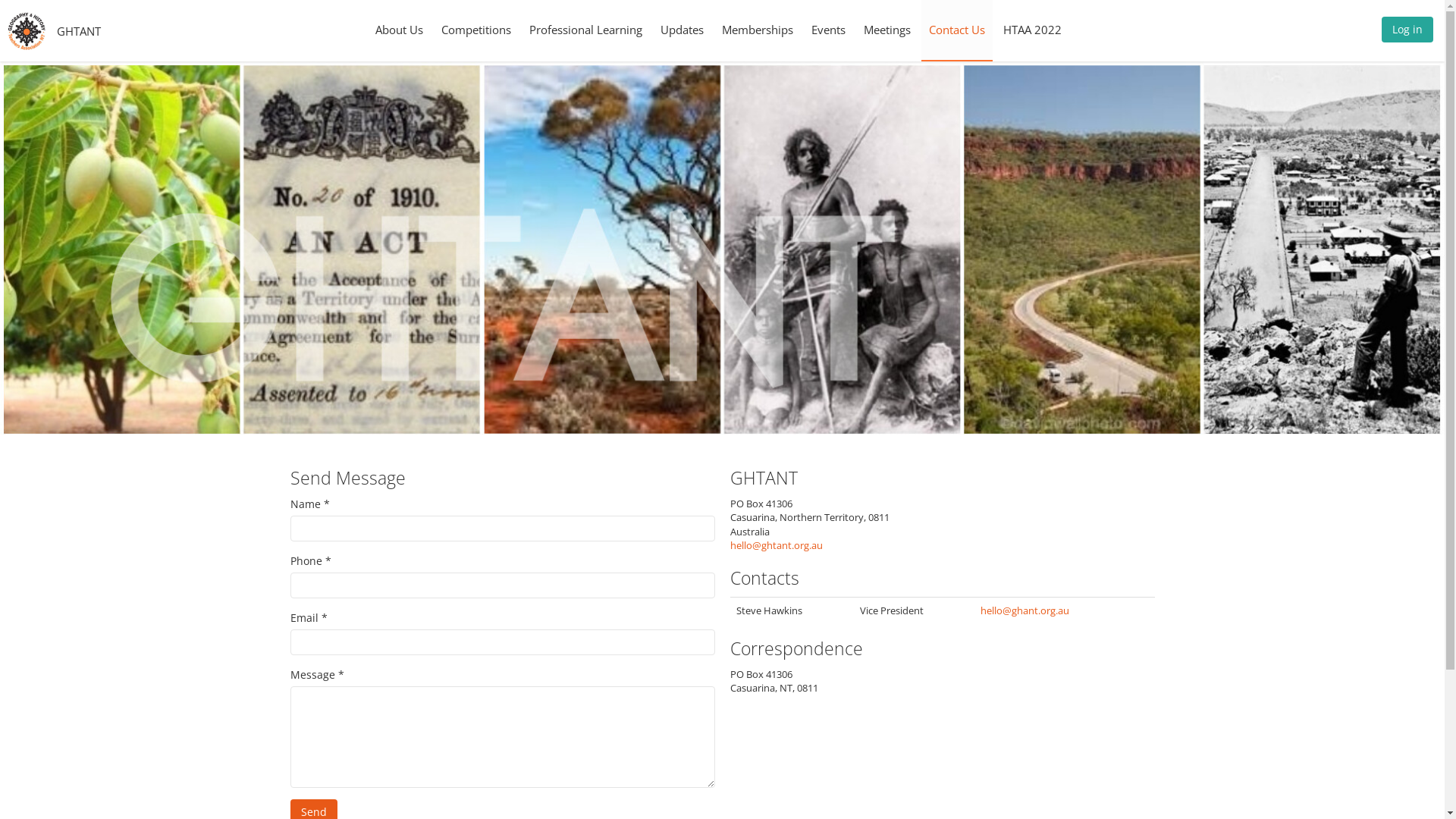 The height and width of the screenshot is (819, 1456). What do you see at coordinates (887, 30) in the screenshot?
I see `'Meetings'` at bounding box center [887, 30].